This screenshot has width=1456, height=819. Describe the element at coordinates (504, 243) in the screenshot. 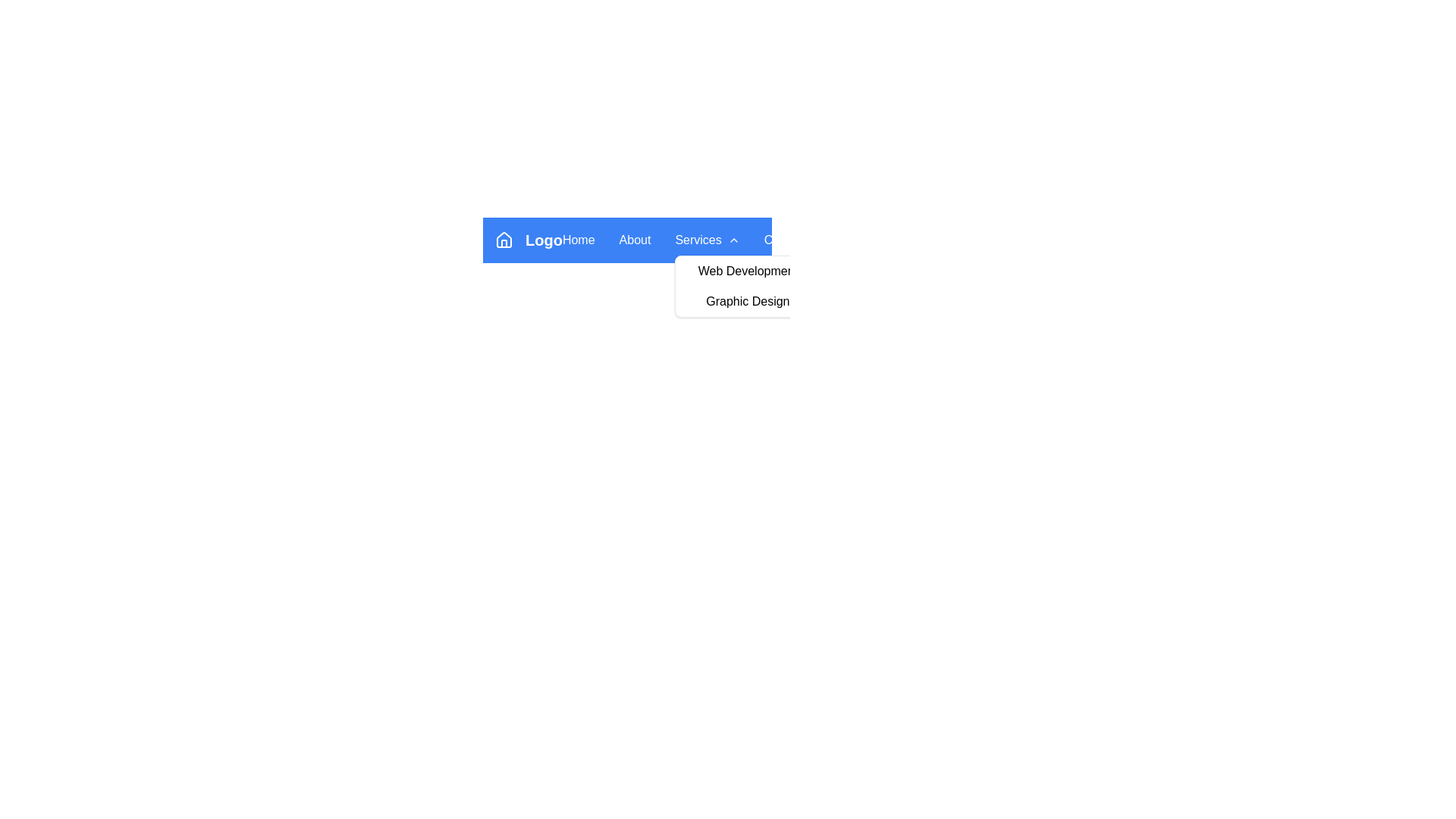

I see `door section of the home icon, which is a vertical rectangle with rounded ends, located near the center of the navigation bar, just left of the 'Logo' text` at that location.